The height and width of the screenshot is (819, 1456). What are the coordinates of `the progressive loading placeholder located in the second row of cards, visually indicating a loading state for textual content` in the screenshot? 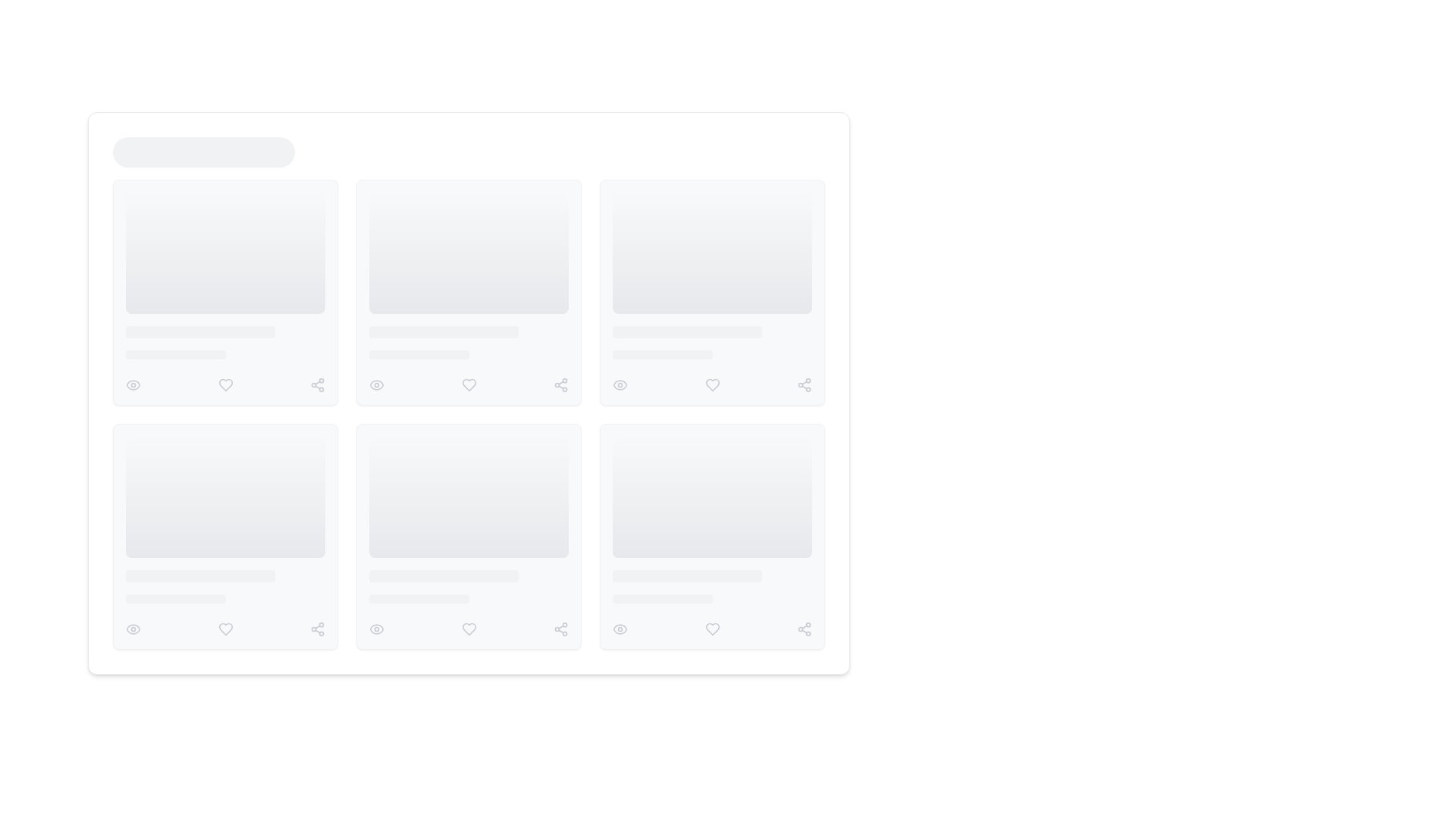 It's located at (443, 576).